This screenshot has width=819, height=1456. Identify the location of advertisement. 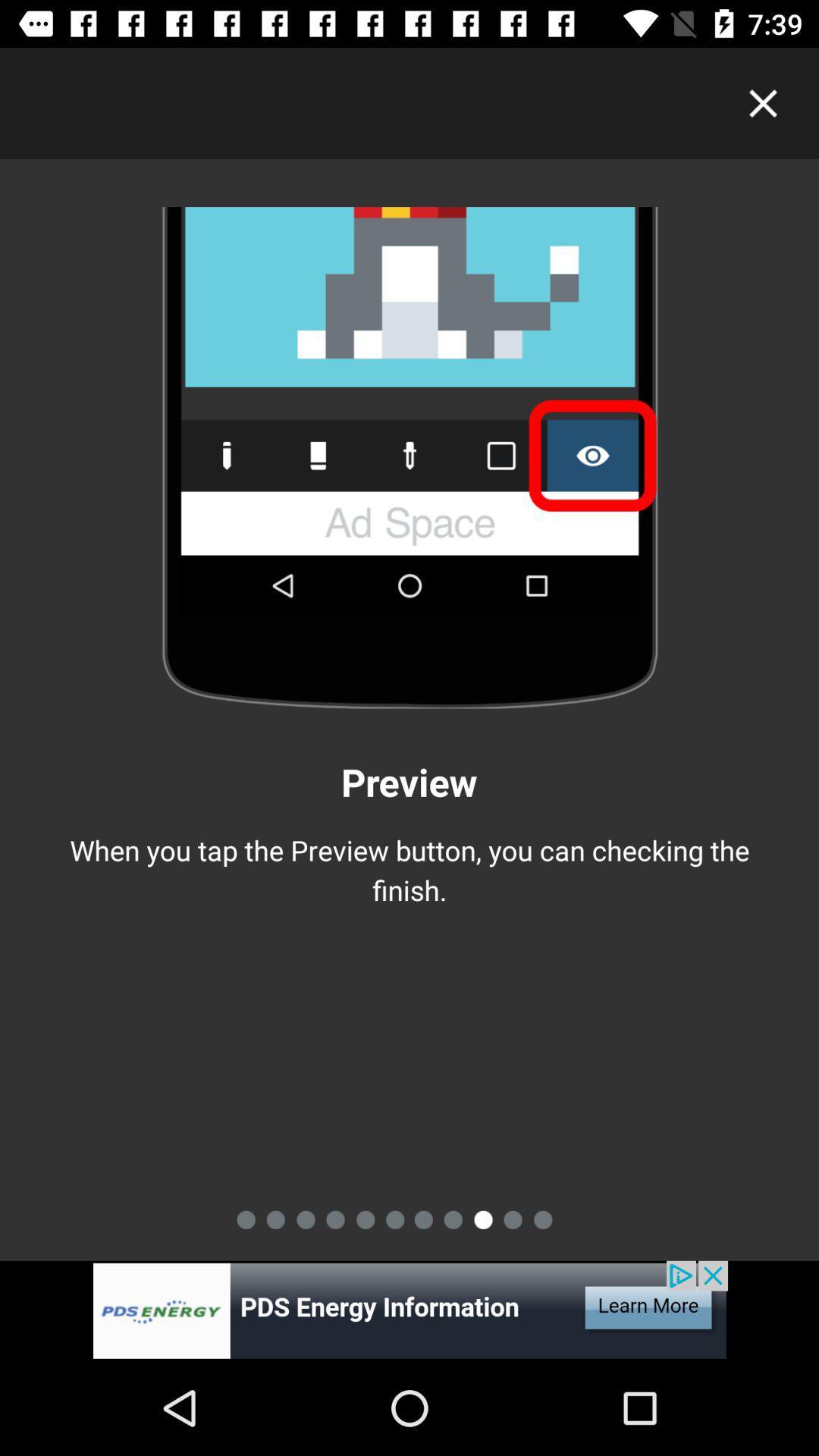
(409, 1310).